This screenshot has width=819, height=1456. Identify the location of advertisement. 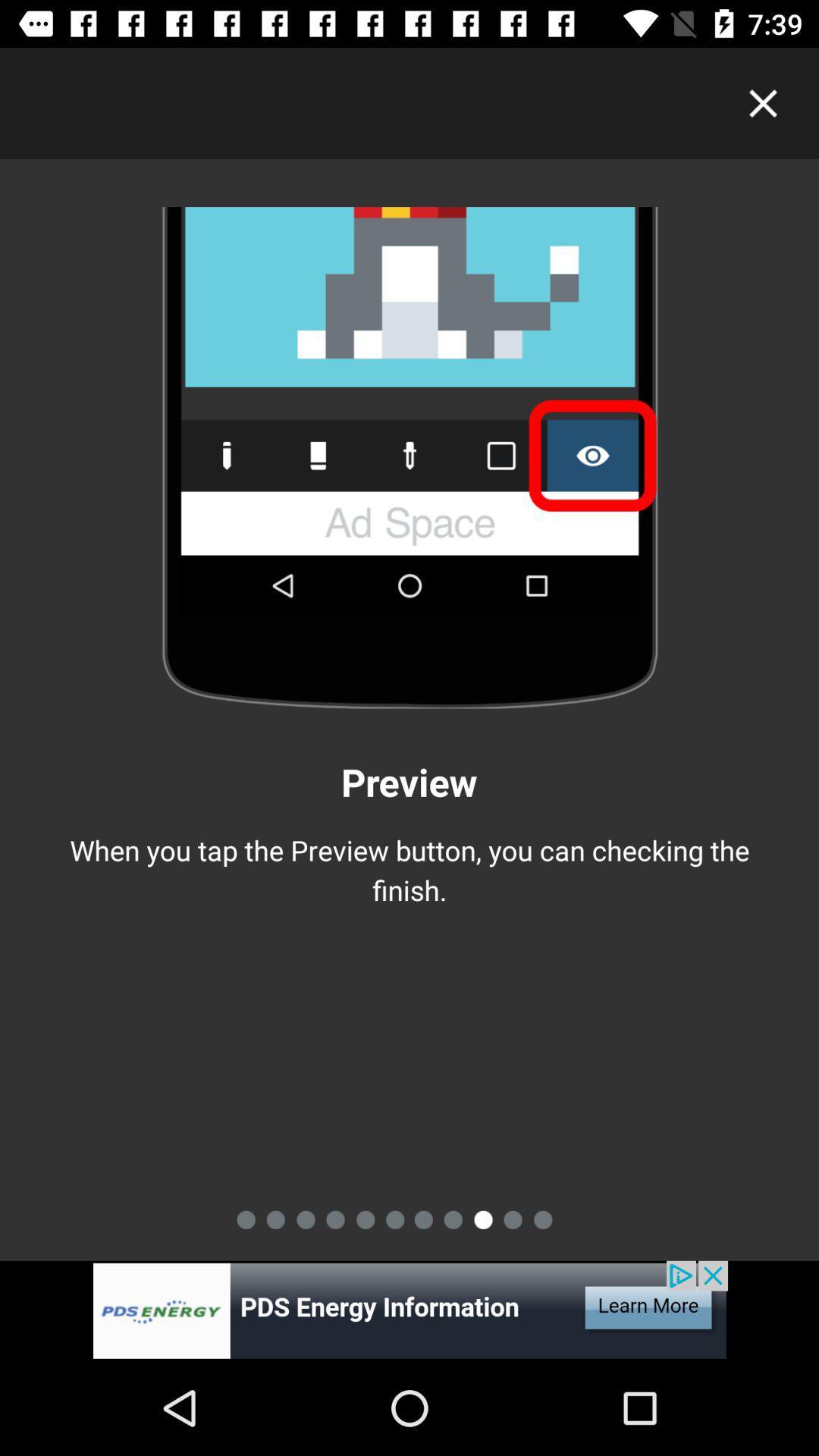
(409, 1310).